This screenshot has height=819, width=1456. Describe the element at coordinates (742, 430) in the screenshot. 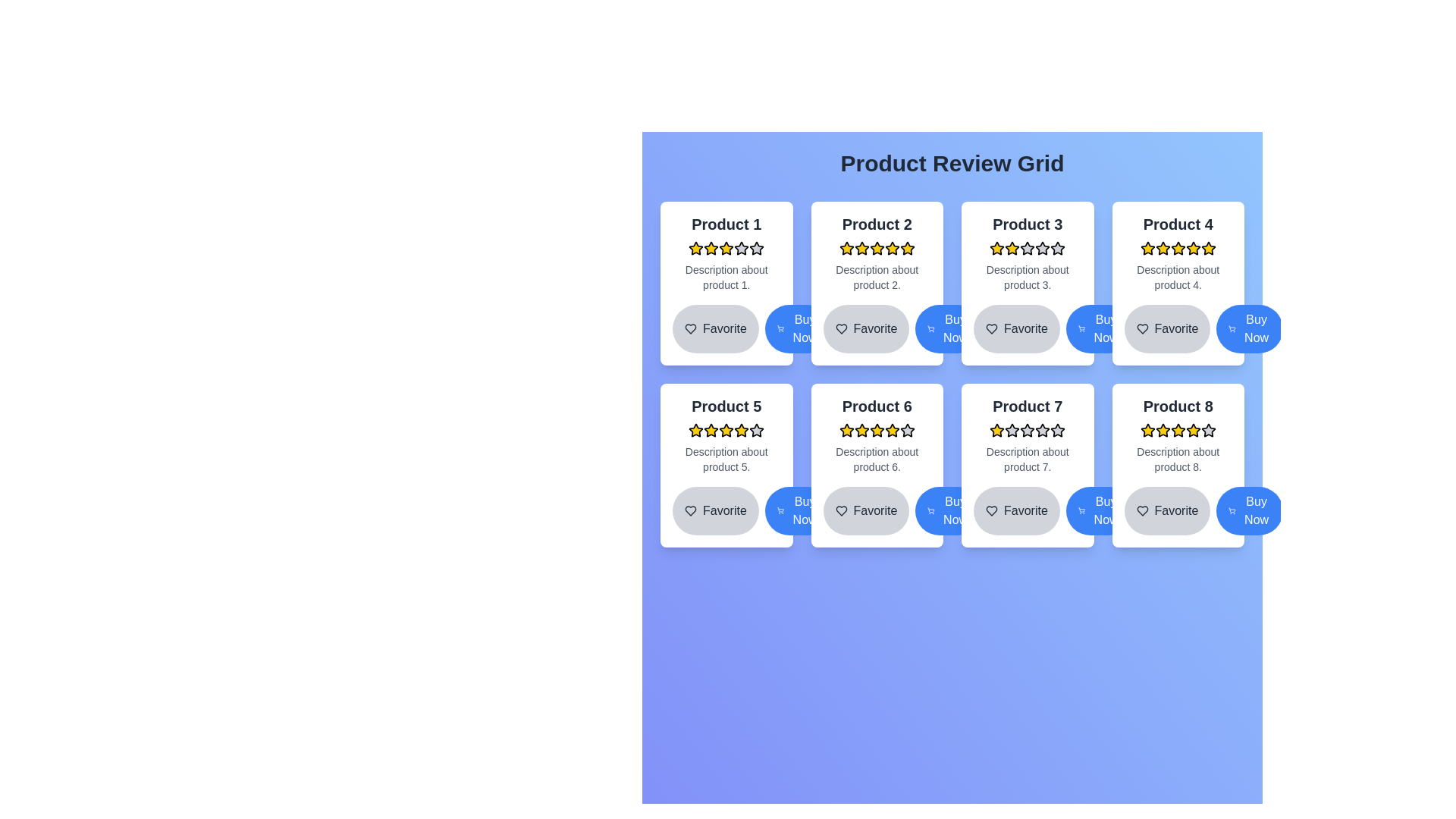

I see `the second star icon from the left in the star rating row of the 'Product 5' card, which is visually distinct with its yellow color and black outline` at that location.